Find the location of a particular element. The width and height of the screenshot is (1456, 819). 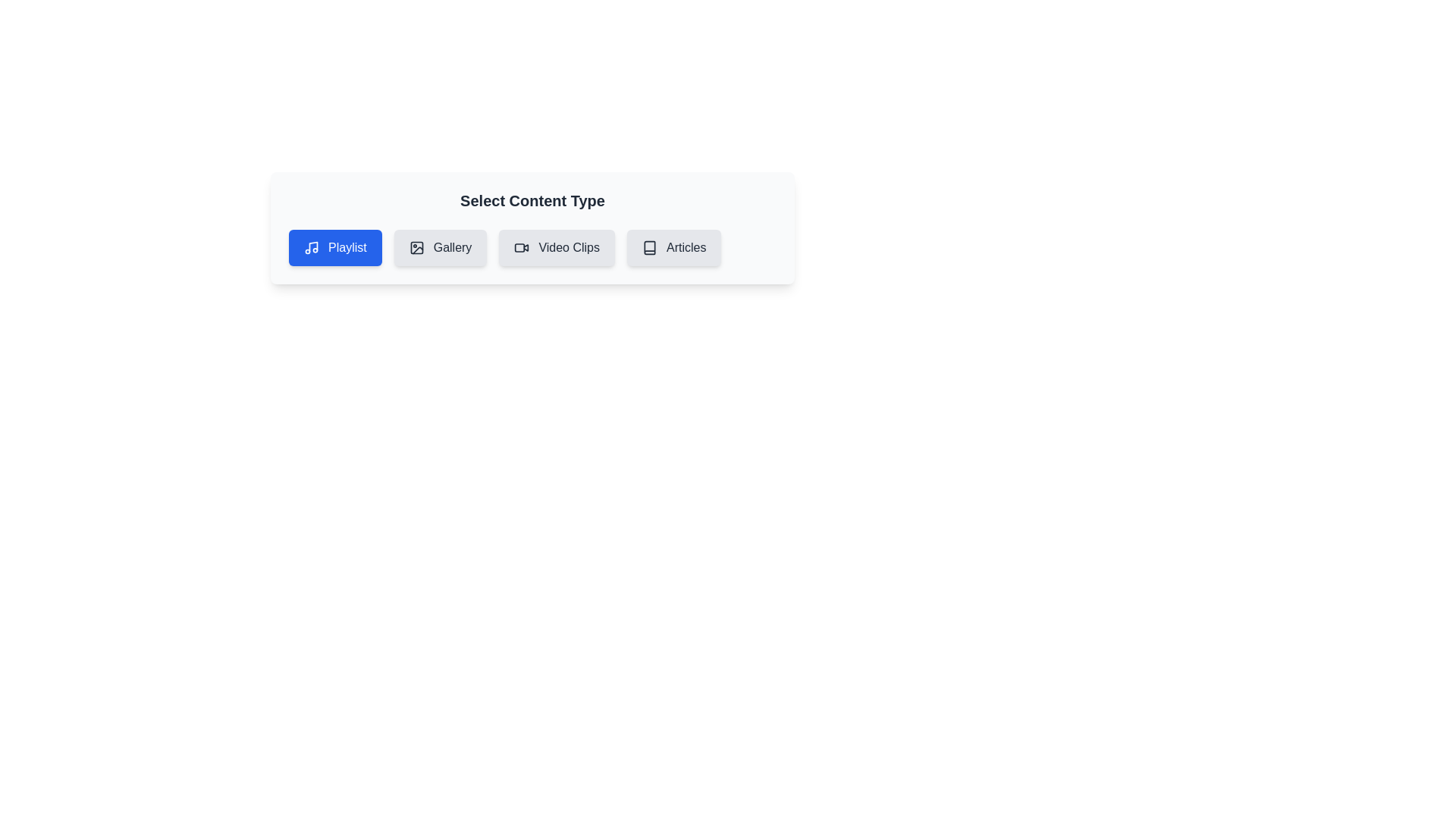

the chip labeled 'Articles' to observe its hover effect is located at coordinates (673, 247).